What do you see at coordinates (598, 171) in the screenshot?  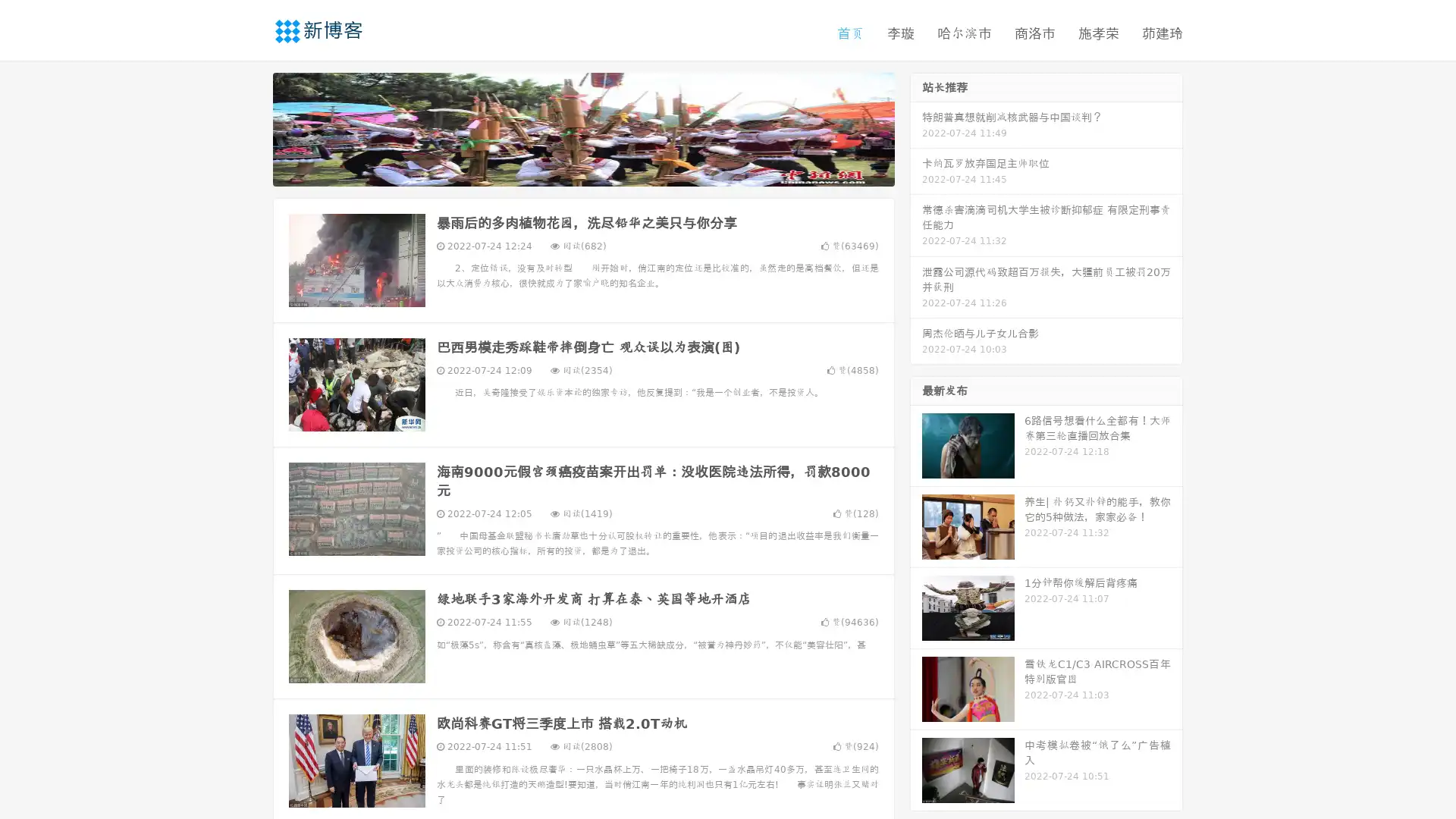 I see `Go to slide 3` at bounding box center [598, 171].